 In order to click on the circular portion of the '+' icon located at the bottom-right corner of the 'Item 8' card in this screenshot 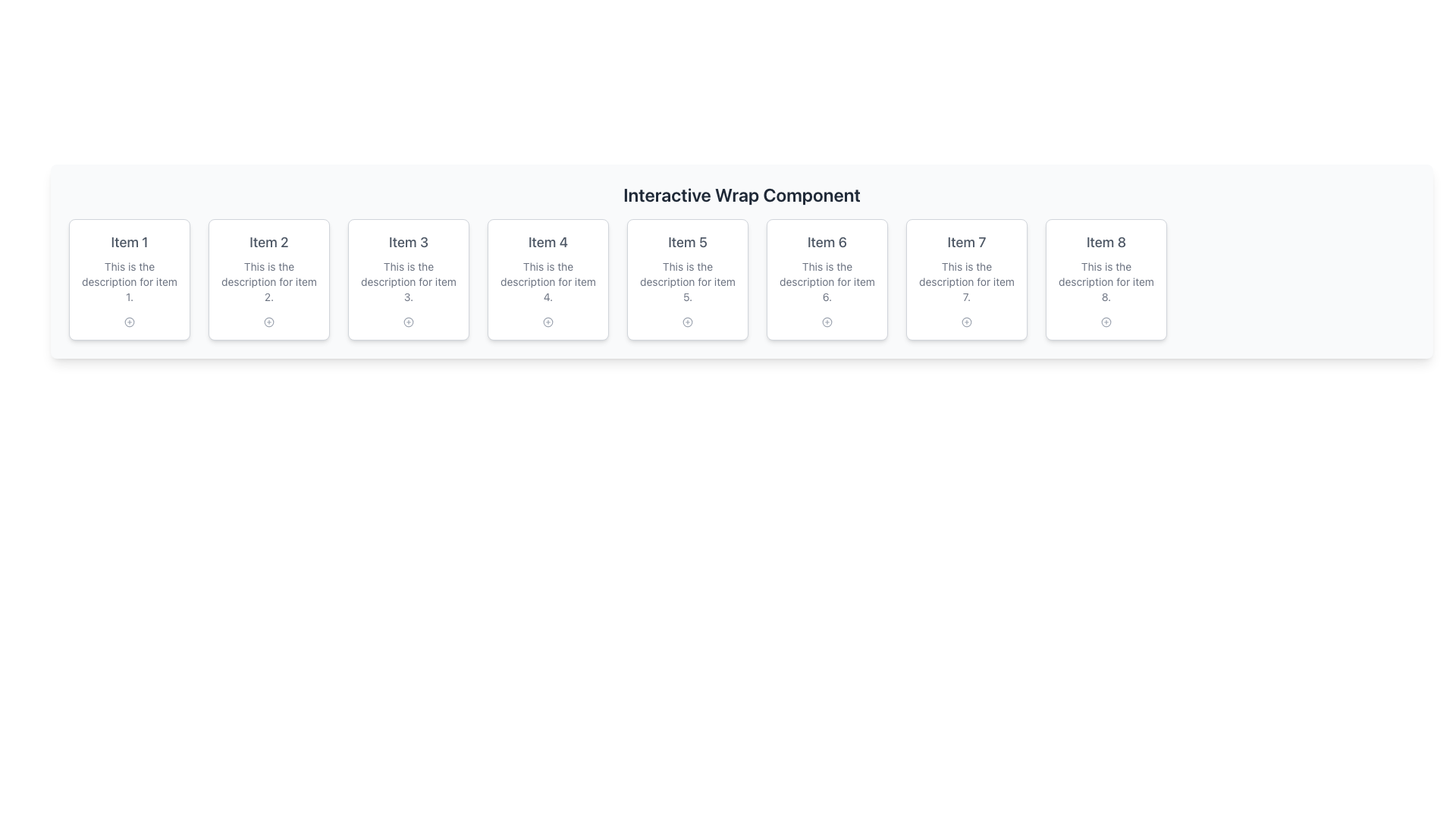, I will do `click(1106, 321)`.